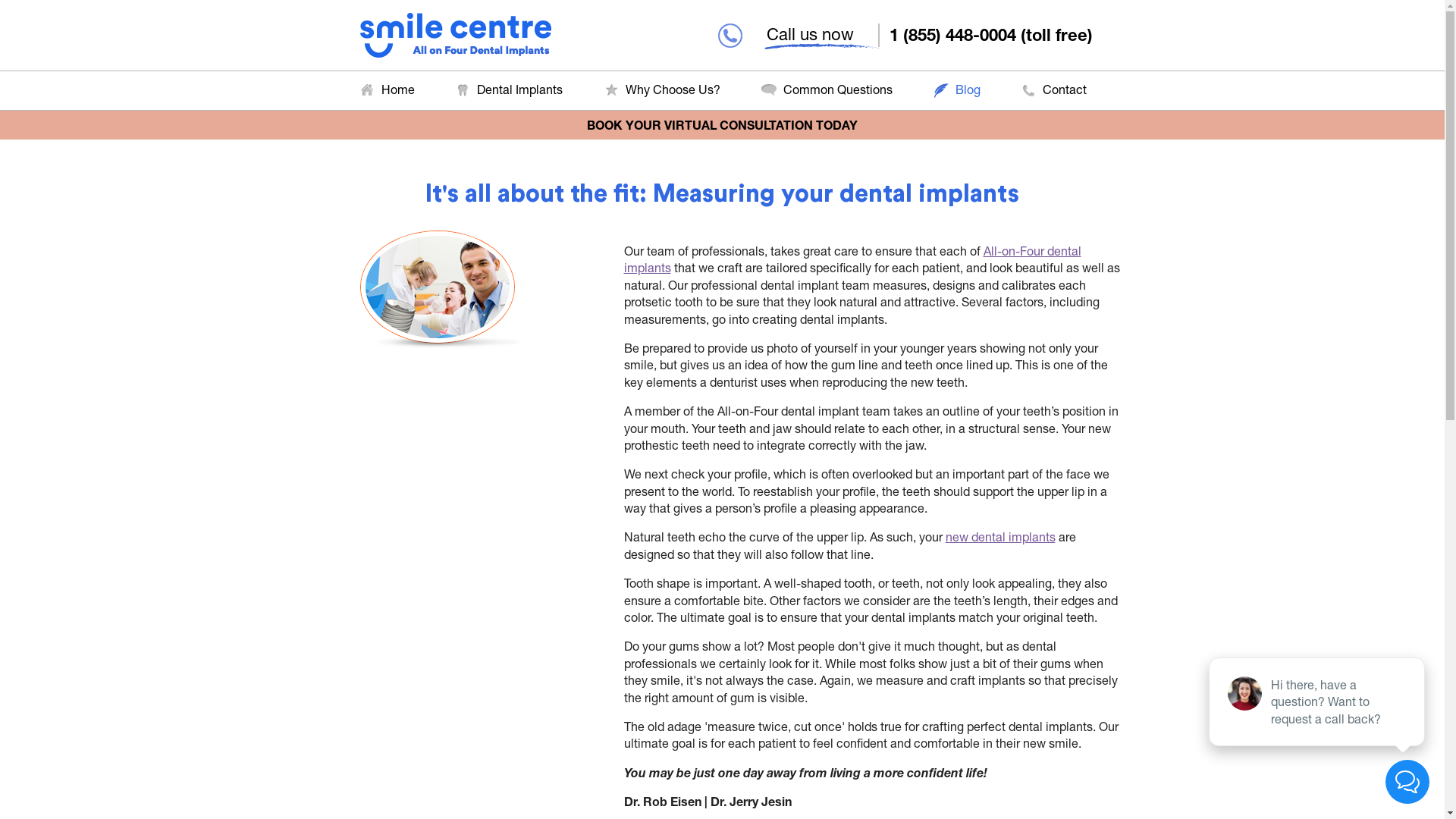 Image resolution: width=1456 pixels, height=819 pixels. What do you see at coordinates (386, 89) in the screenshot?
I see `'Home'` at bounding box center [386, 89].